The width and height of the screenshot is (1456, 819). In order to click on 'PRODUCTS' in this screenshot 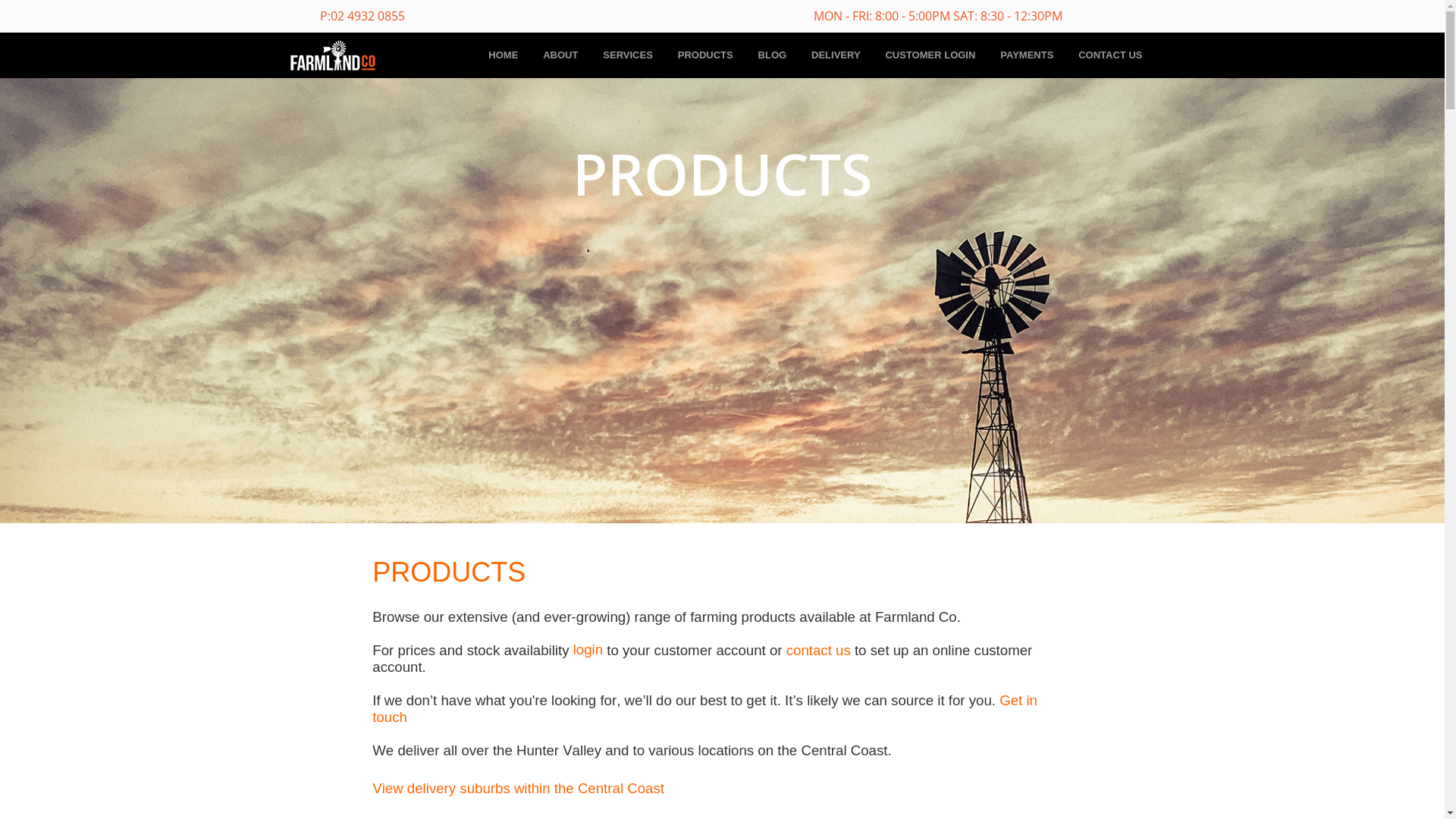, I will do `click(704, 55)`.